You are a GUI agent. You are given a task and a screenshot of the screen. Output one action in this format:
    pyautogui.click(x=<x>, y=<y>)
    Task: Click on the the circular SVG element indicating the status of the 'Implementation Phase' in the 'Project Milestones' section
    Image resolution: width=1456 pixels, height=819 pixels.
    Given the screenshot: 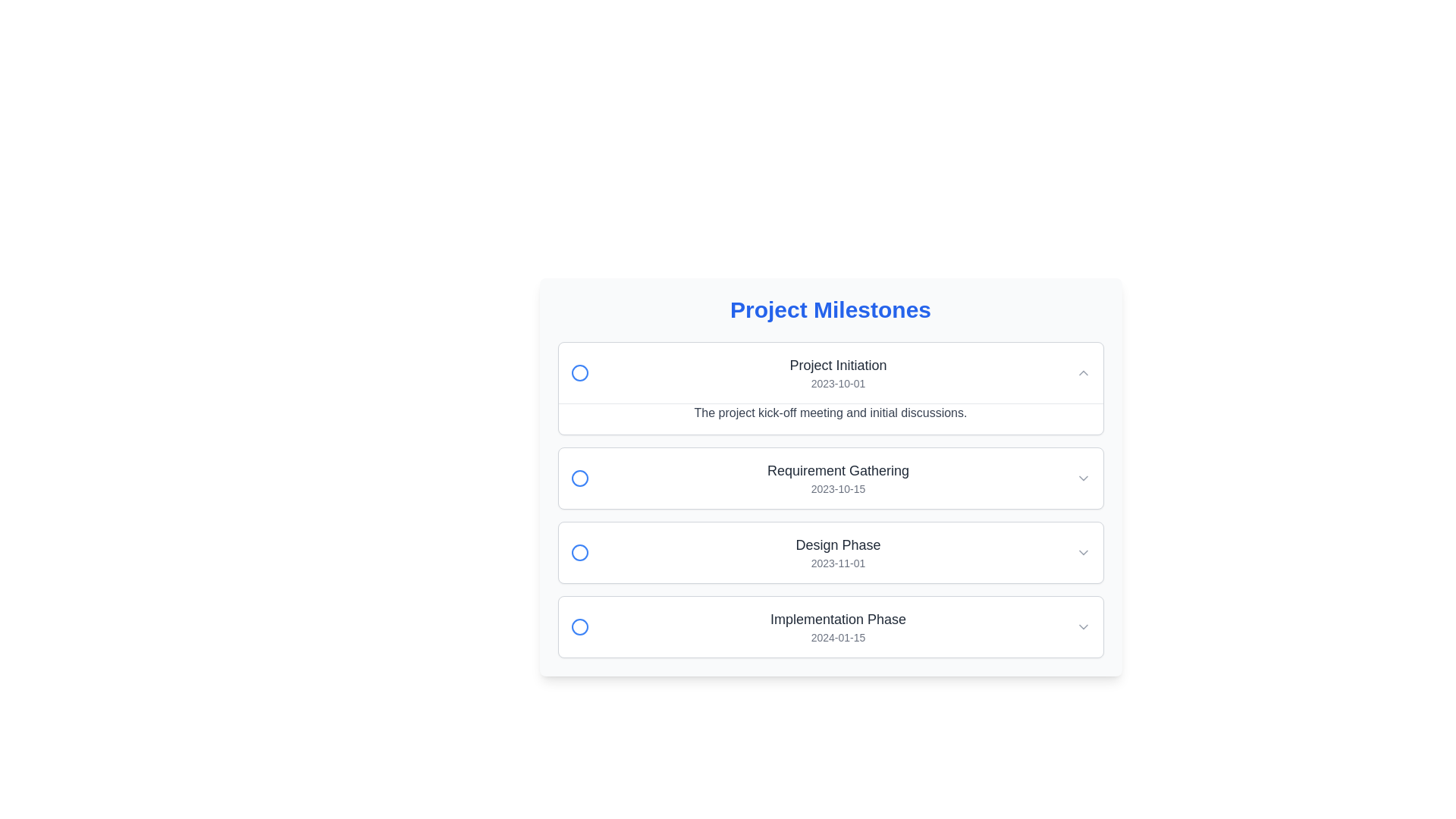 What is the action you would take?
    pyautogui.click(x=579, y=626)
    